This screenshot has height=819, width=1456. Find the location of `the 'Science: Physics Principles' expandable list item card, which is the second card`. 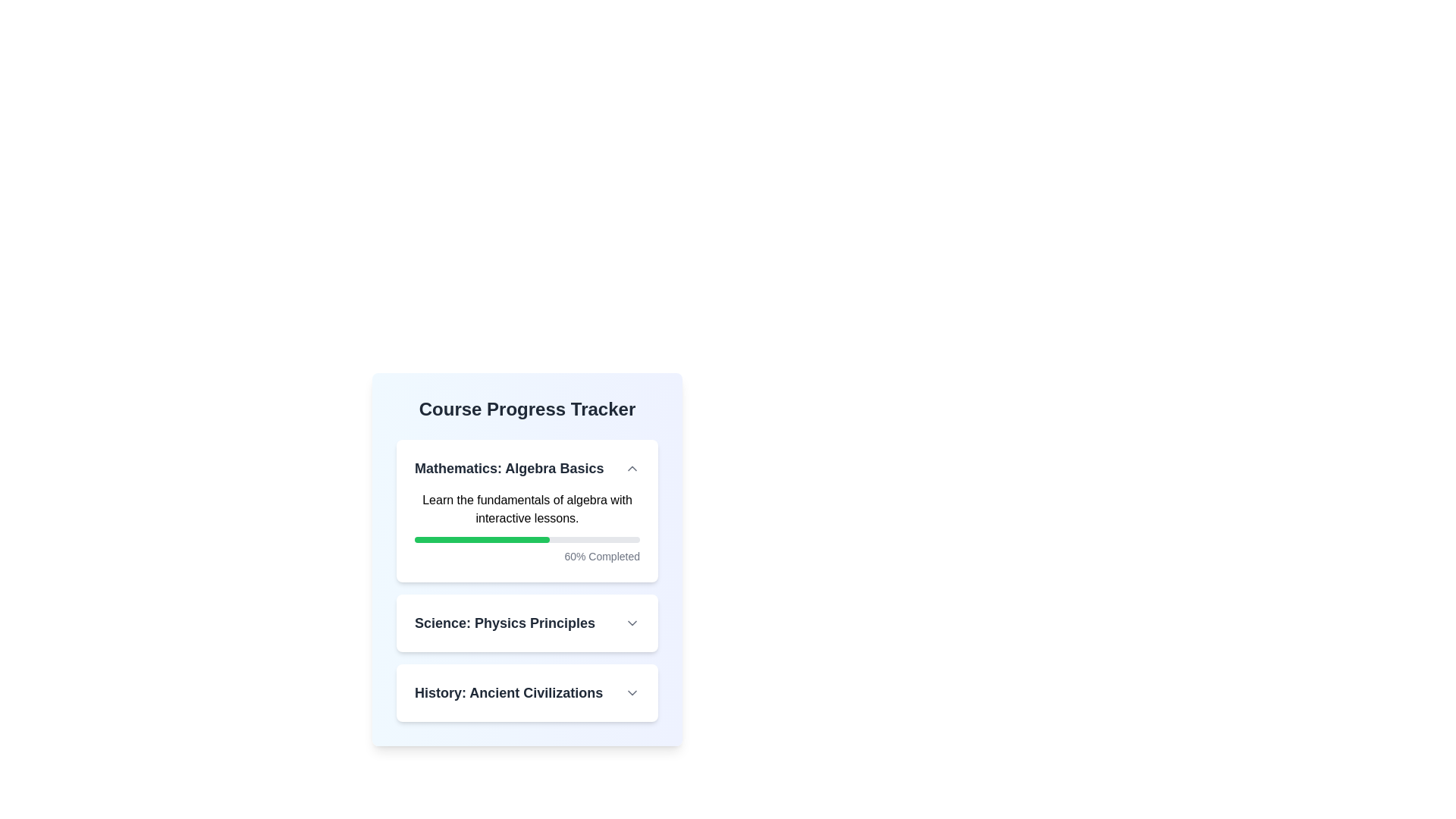

the 'Science: Physics Principles' expandable list item card, which is the second card is located at coordinates (527, 623).